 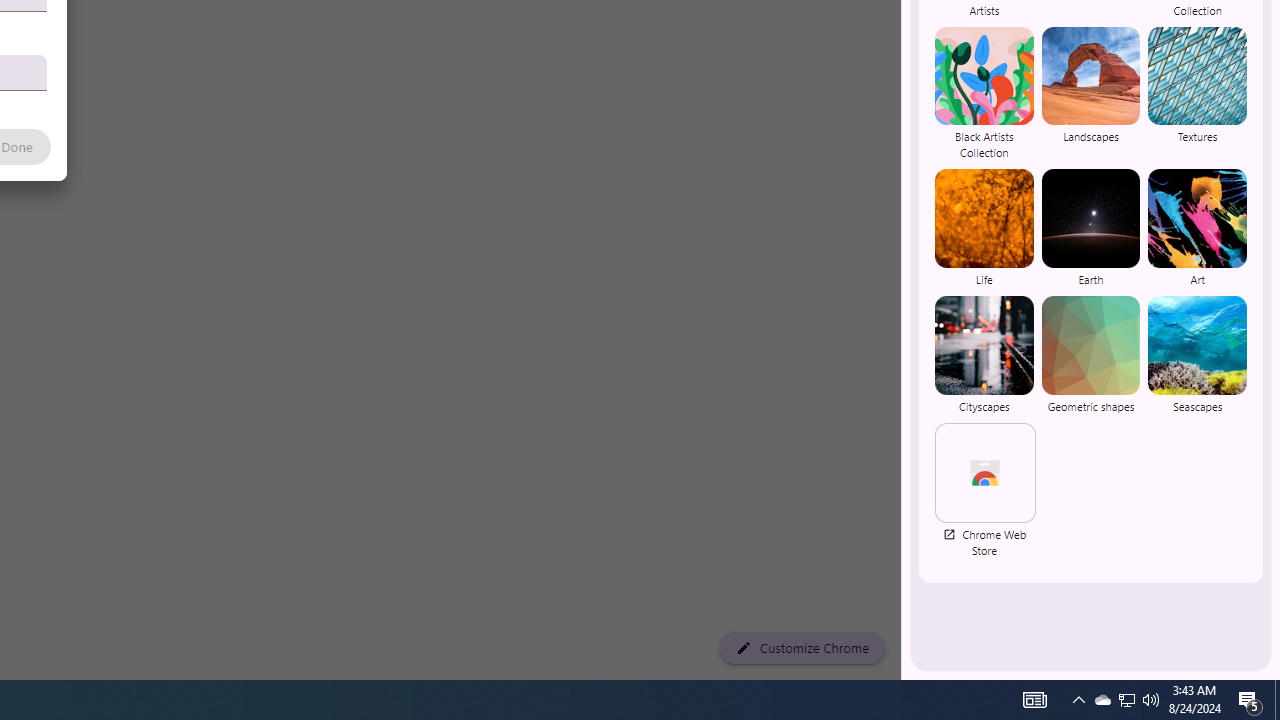 I want to click on 'Textures', so click(x=1197, y=93).